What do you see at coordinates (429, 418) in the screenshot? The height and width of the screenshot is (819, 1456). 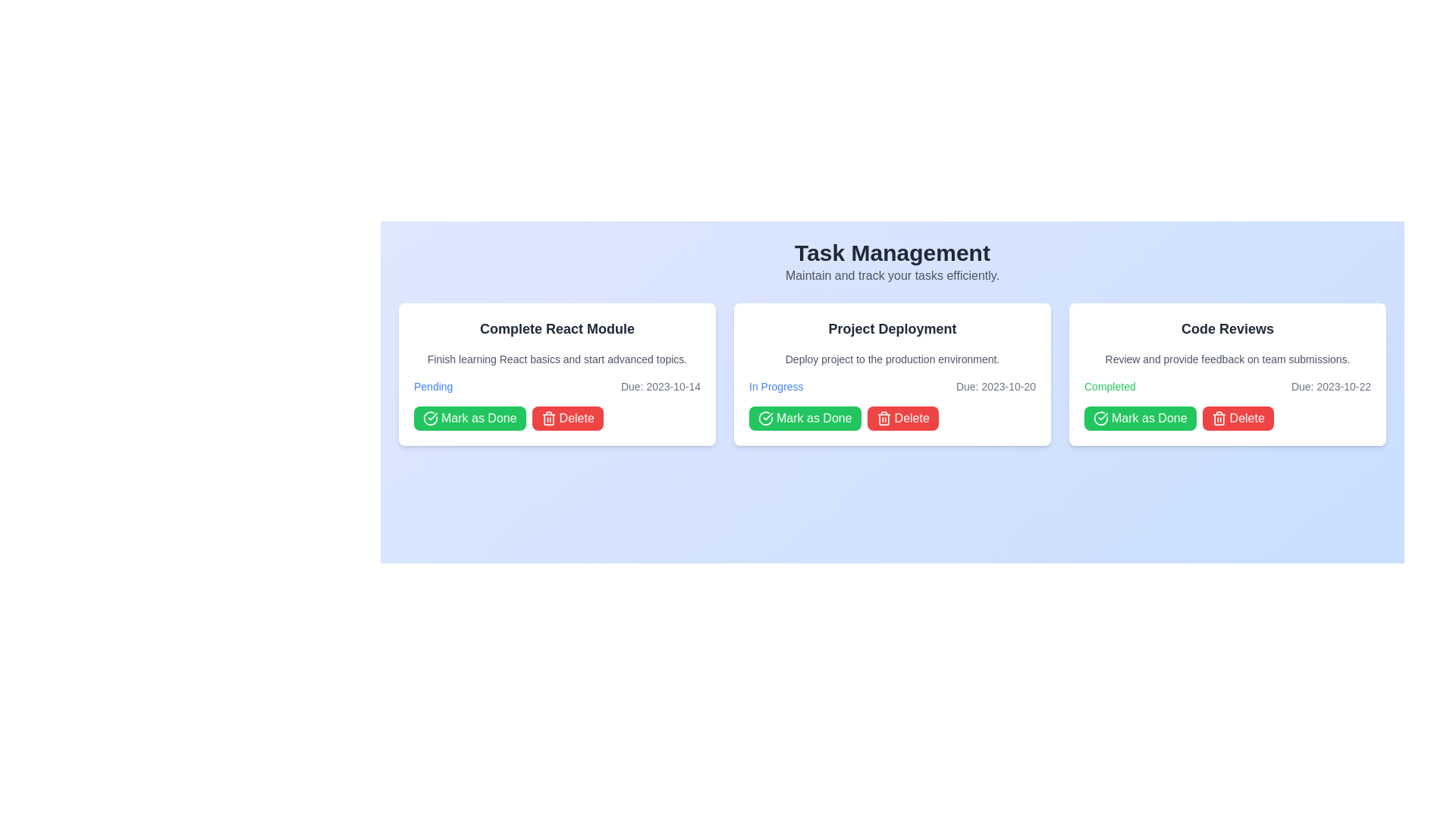 I see `the icon in the bottom-left corner of the 'Complete React Module' task card, which is part of the 'Mark as Done' button` at bounding box center [429, 418].